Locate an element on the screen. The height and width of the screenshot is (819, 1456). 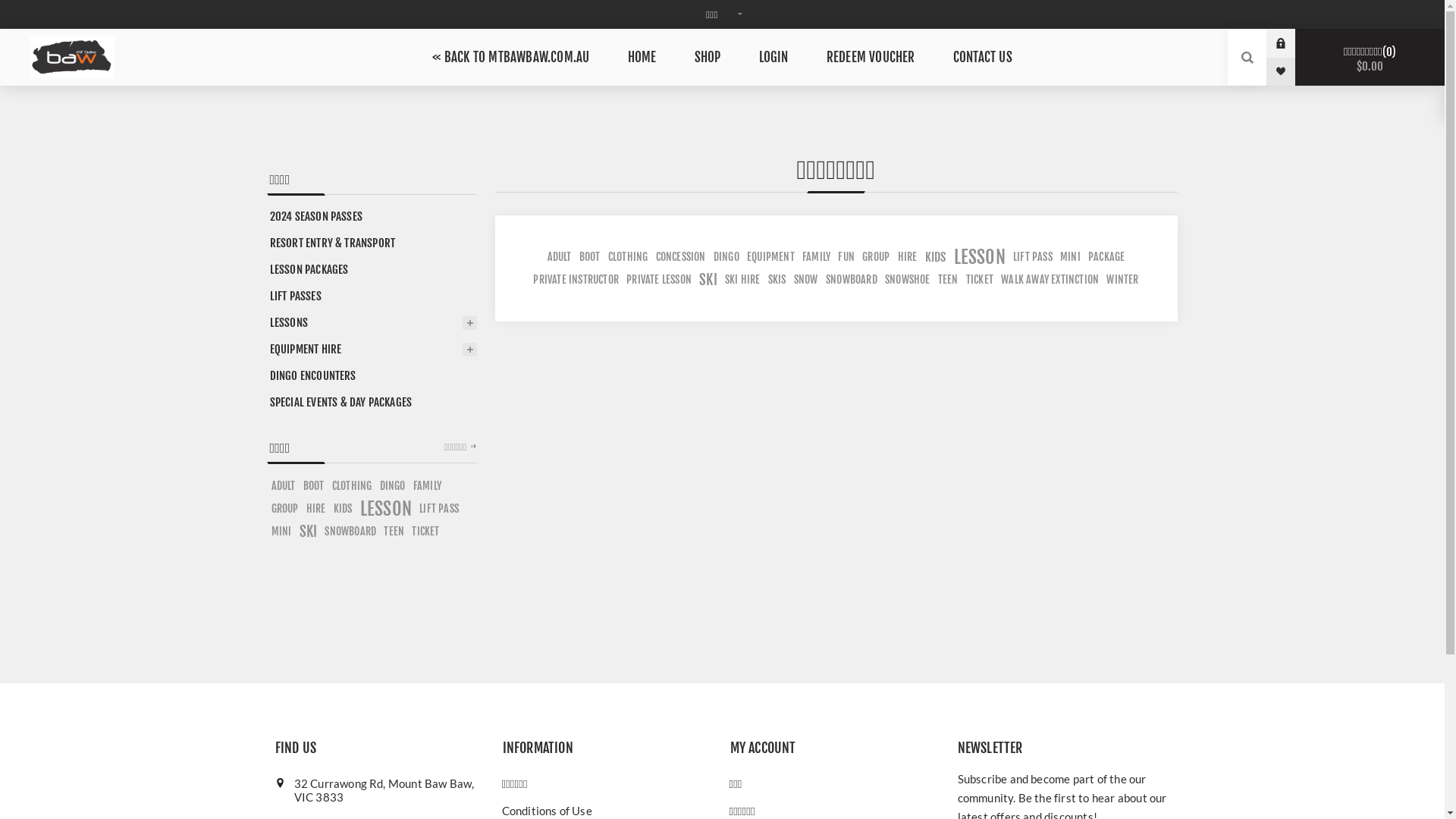
'CONCESSION' is located at coordinates (679, 256).